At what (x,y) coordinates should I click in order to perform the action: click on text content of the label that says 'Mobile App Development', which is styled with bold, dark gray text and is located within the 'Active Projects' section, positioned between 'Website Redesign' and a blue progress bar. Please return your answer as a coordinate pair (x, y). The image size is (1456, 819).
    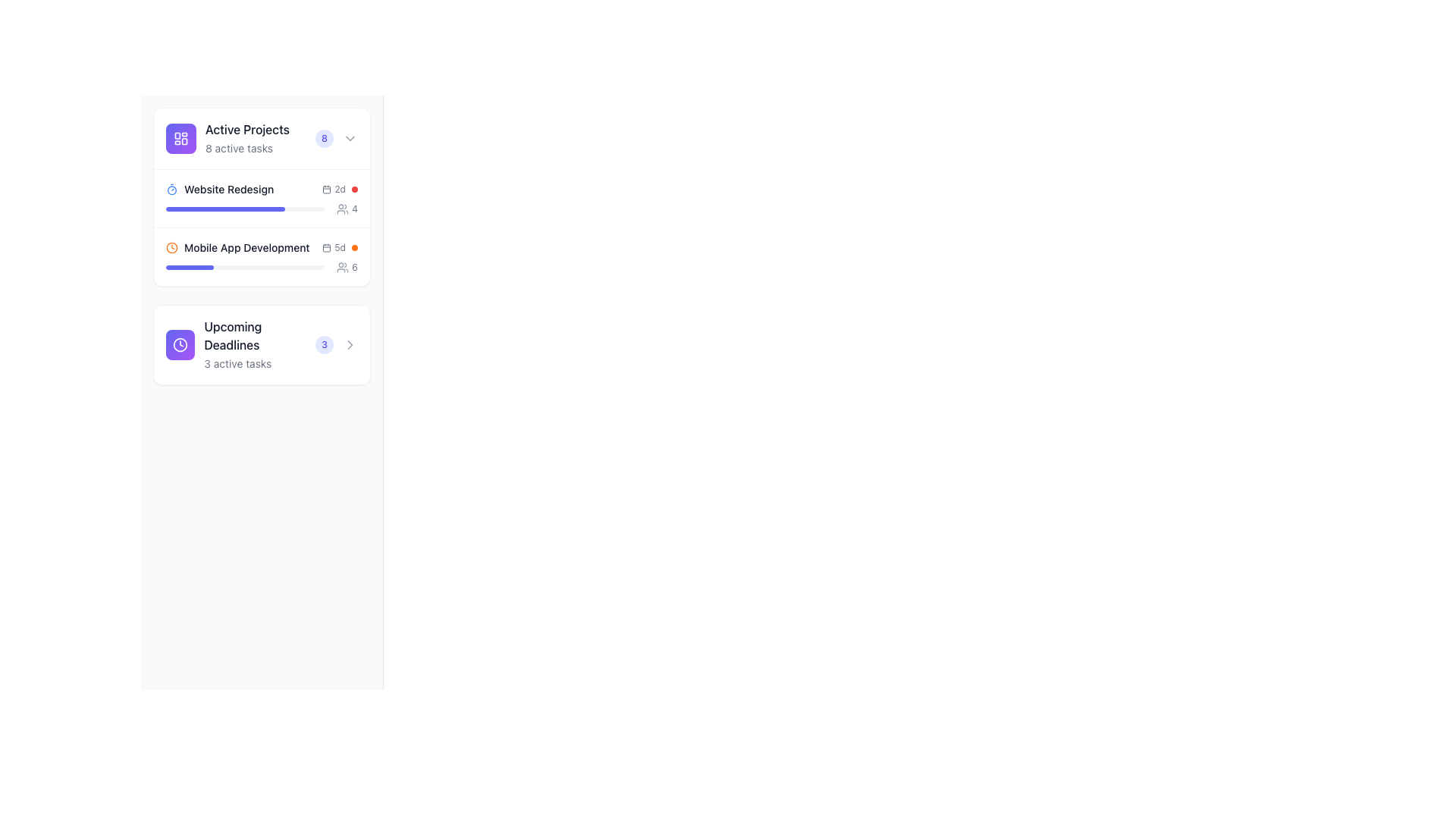
    Looking at the image, I should click on (246, 247).